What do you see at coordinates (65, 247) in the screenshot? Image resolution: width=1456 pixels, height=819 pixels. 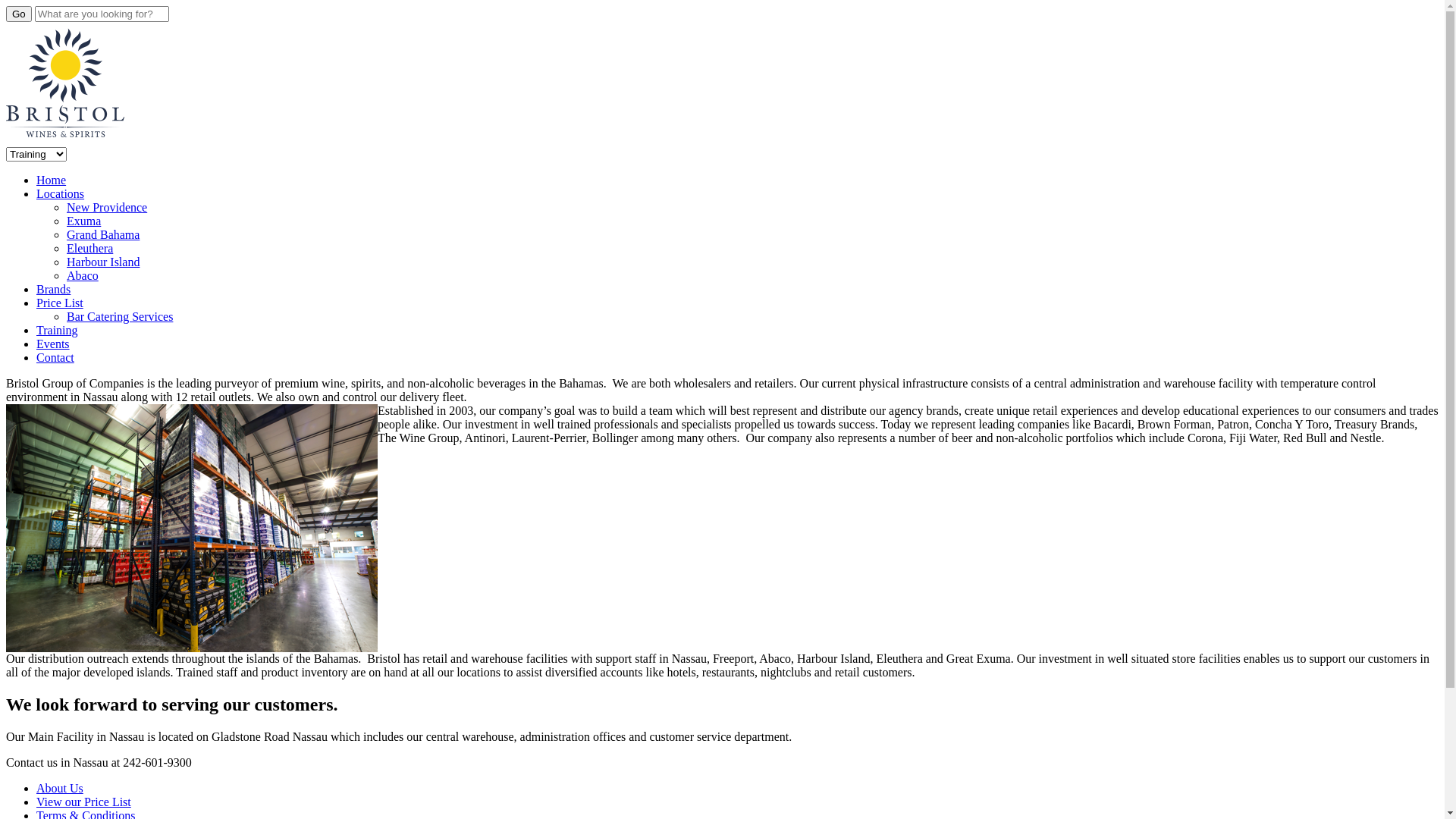 I see `'Eleuthera'` at bounding box center [65, 247].